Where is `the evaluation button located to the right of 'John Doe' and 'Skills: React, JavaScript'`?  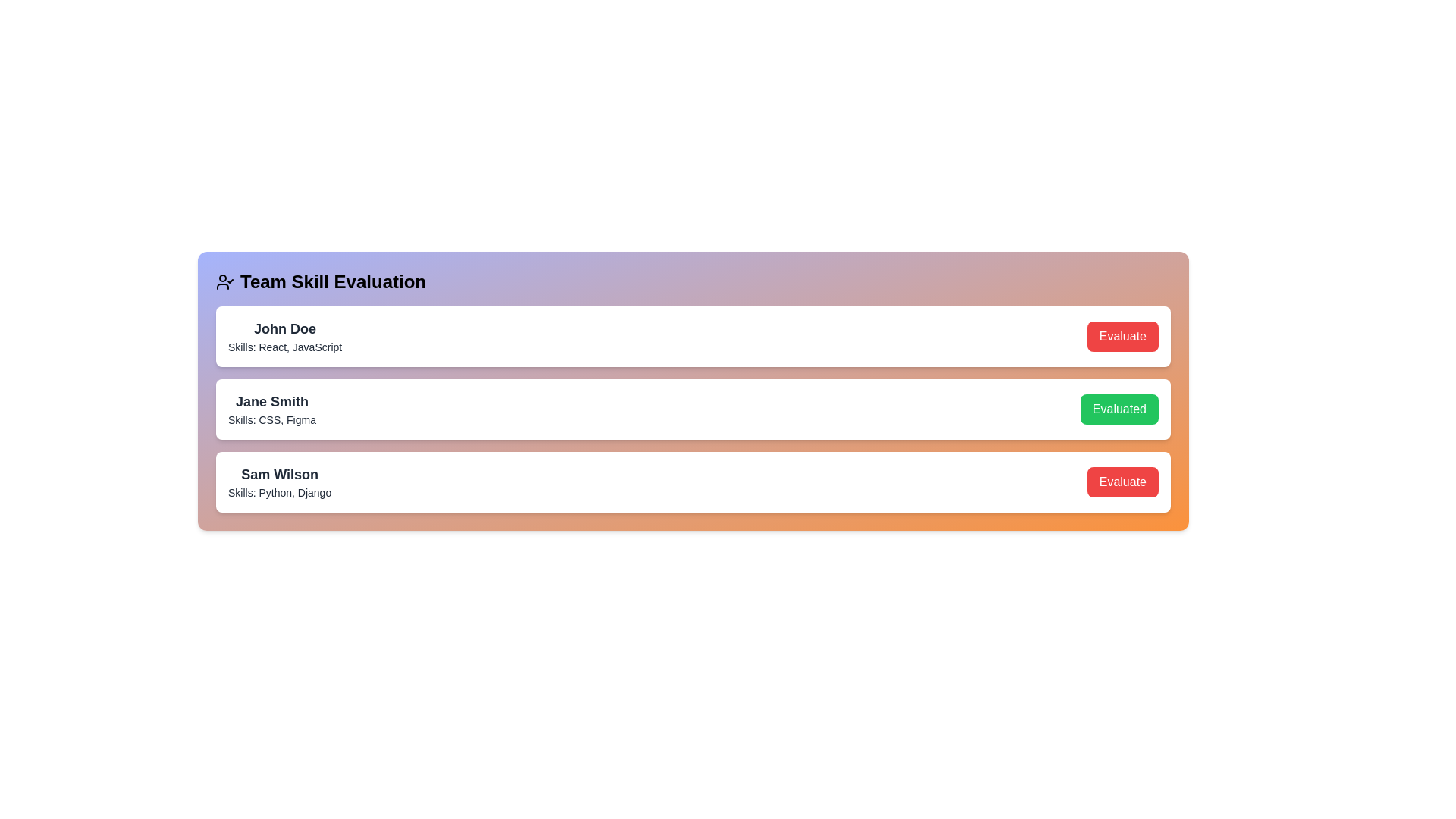
the evaluation button located to the right of 'John Doe' and 'Skills: React, JavaScript' is located at coordinates (1122, 335).